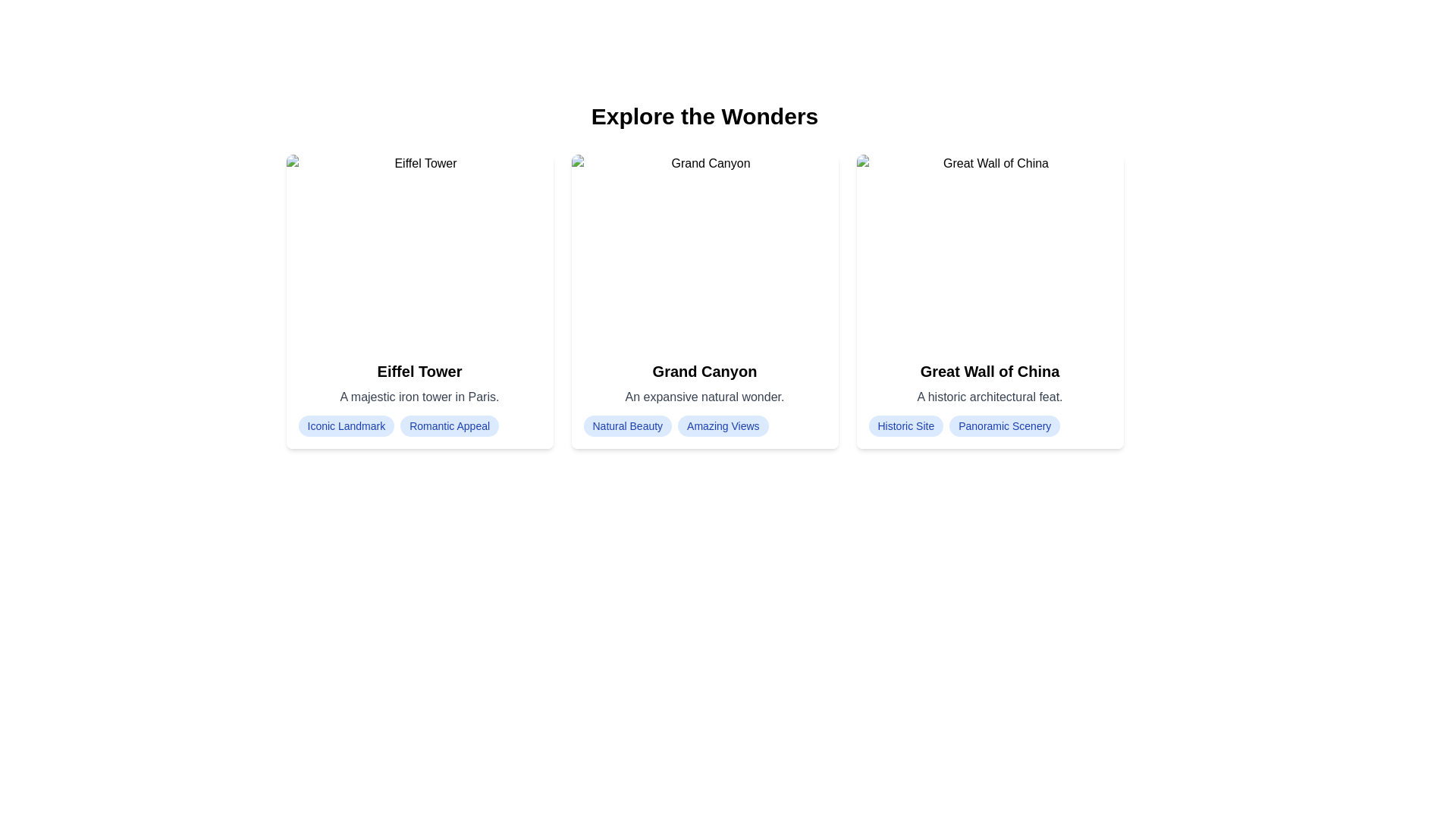  I want to click on the third button in the bottom-right corner of the 'Great Wall of China' section, so click(1096, 421).